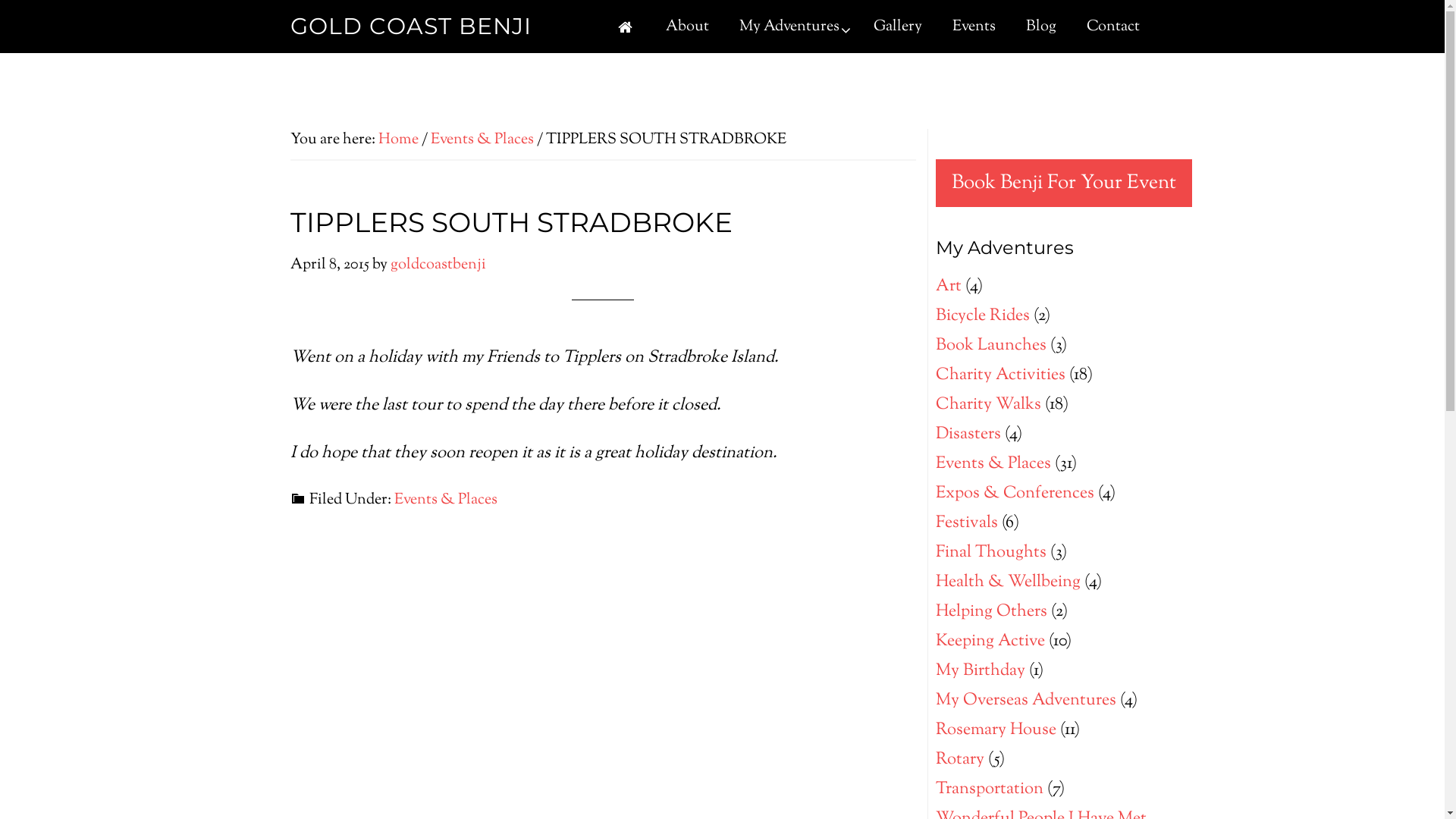 The image size is (1456, 819). What do you see at coordinates (1040, 27) in the screenshot?
I see `'Blog'` at bounding box center [1040, 27].